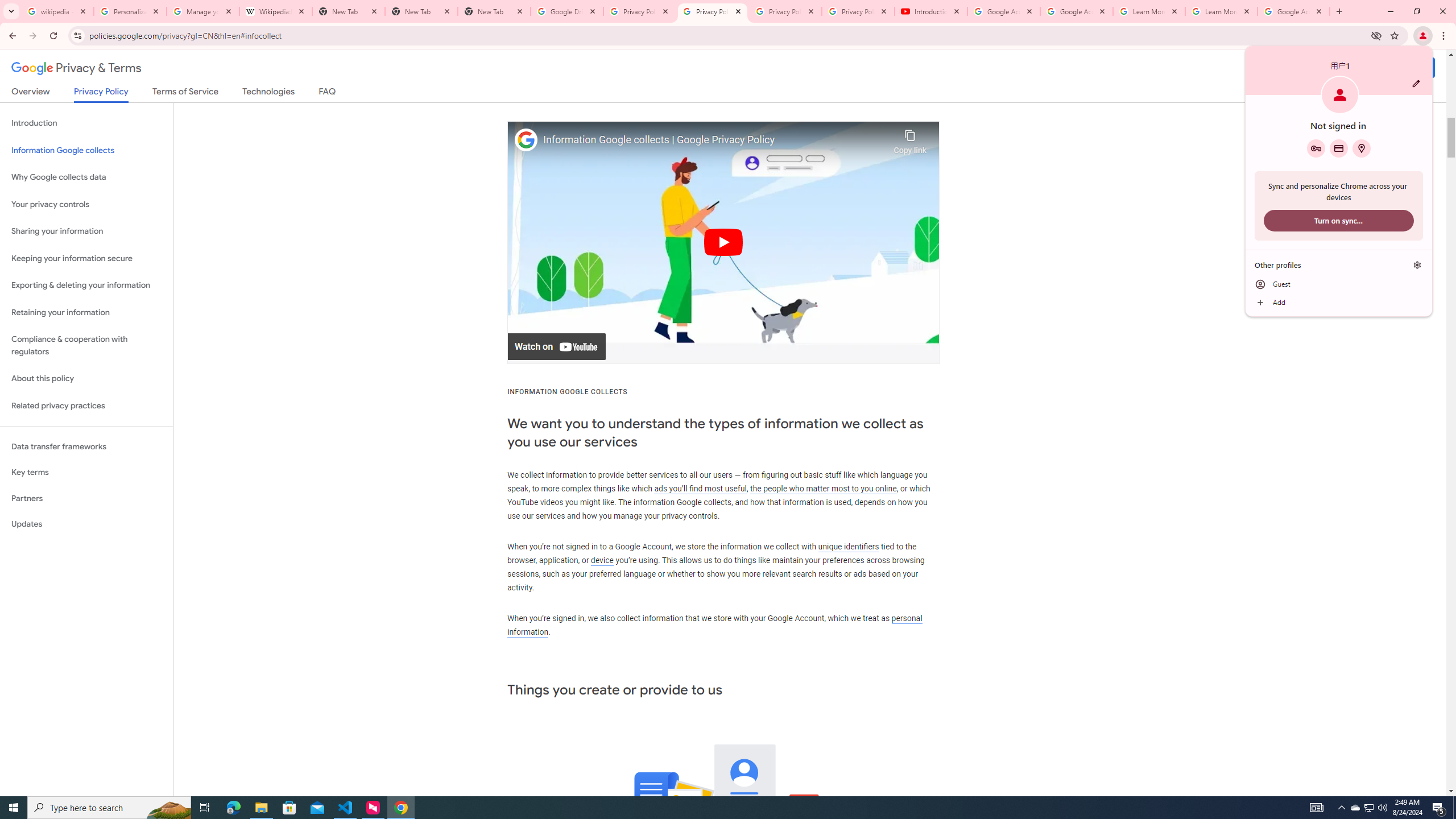 This screenshot has width=1456, height=819. What do you see at coordinates (556, 346) in the screenshot?
I see `'Watch on YouTube'` at bounding box center [556, 346].